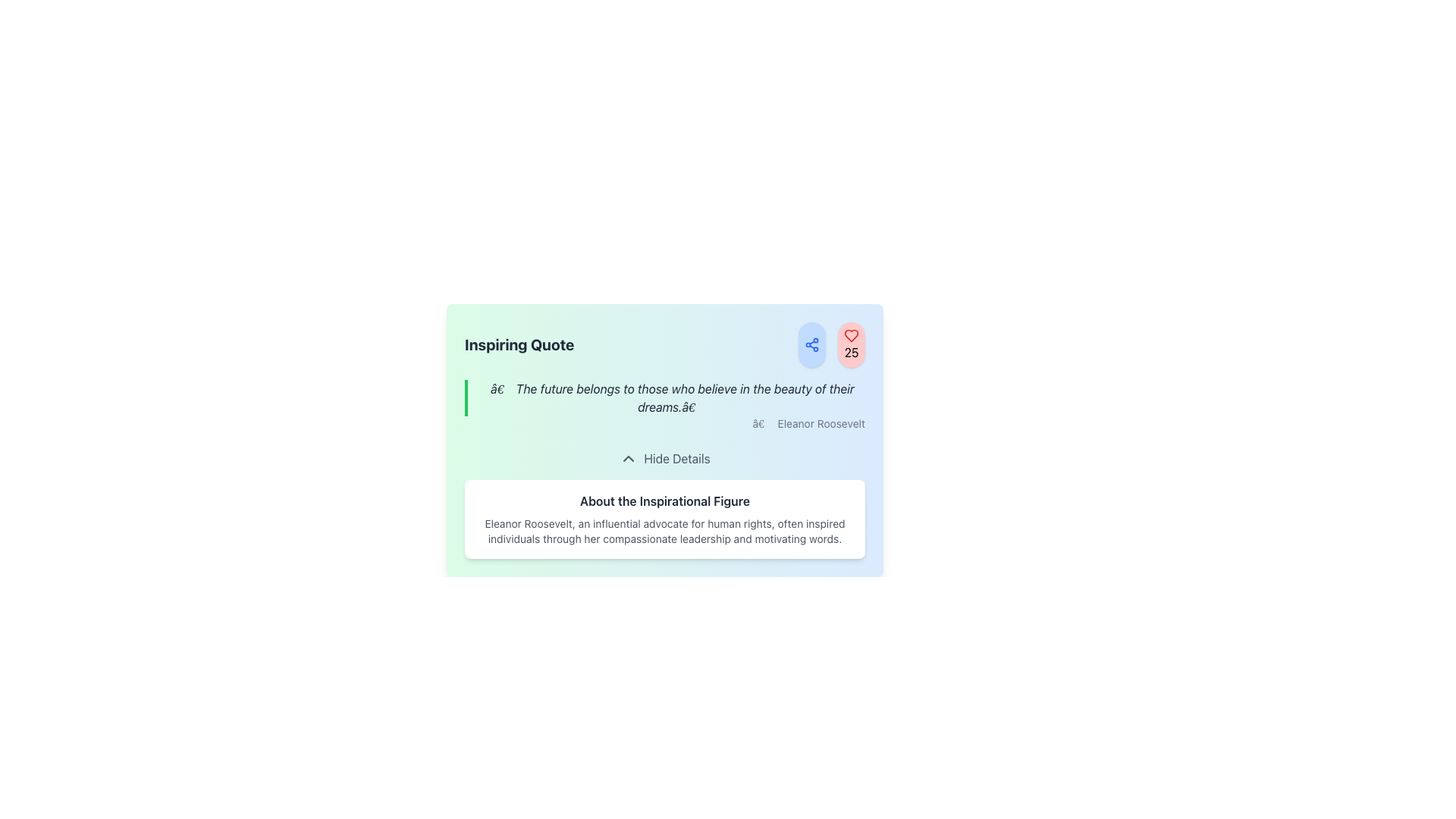 This screenshot has height=819, width=1456. Describe the element at coordinates (665, 531) in the screenshot. I see `the text element that provides information about Eleanor Roosevelt, located within the 'About the Inspirational Figure' card, positioned below the title text` at that location.